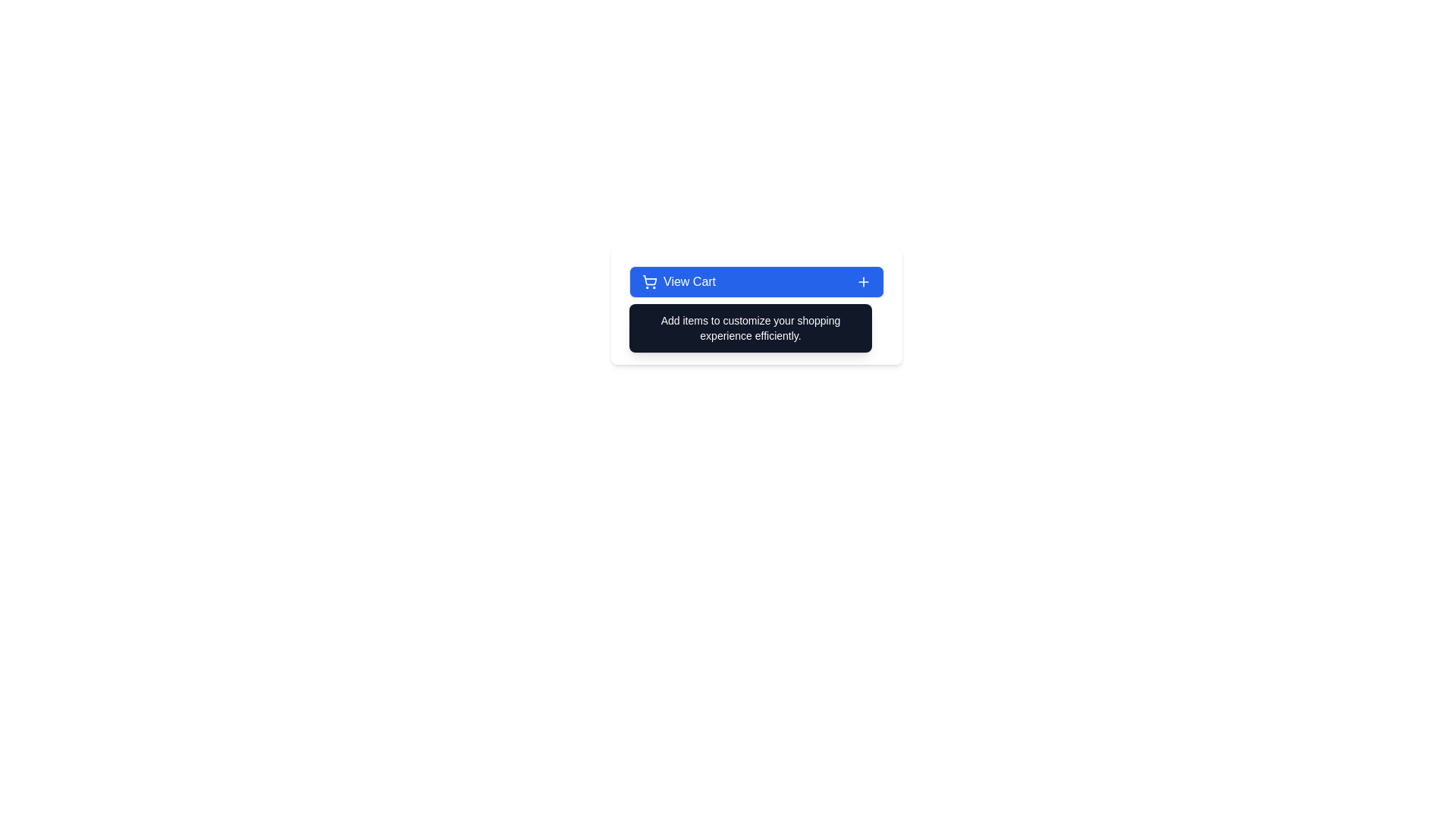 Image resolution: width=1456 pixels, height=819 pixels. Describe the element at coordinates (757, 330) in the screenshot. I see `informational label with an icon located below the 'View Cart' section, providing instructions related to the shopping cart button interaction` at that location.